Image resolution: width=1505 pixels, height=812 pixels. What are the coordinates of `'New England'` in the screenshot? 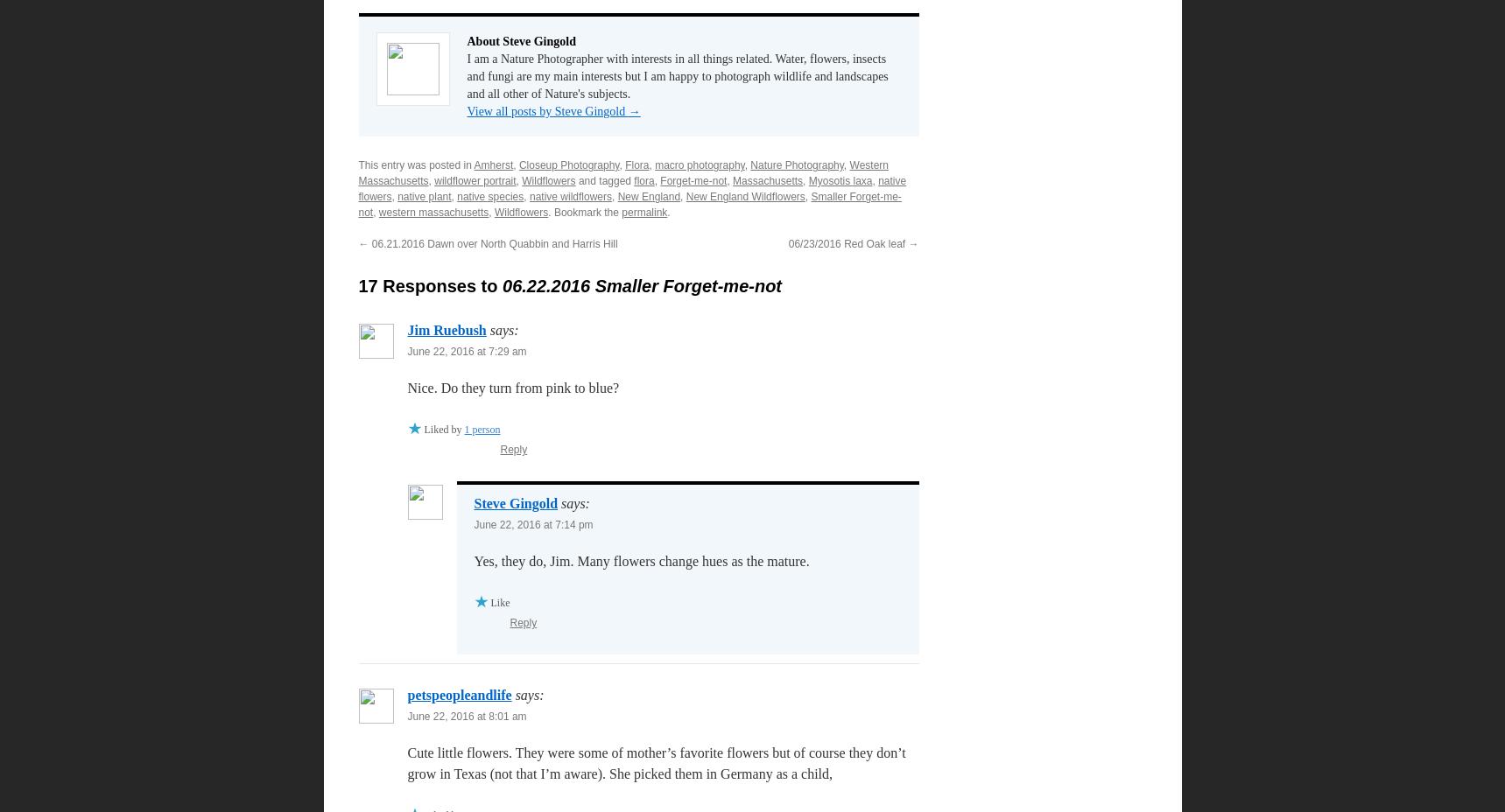 It's located at (649, 197).